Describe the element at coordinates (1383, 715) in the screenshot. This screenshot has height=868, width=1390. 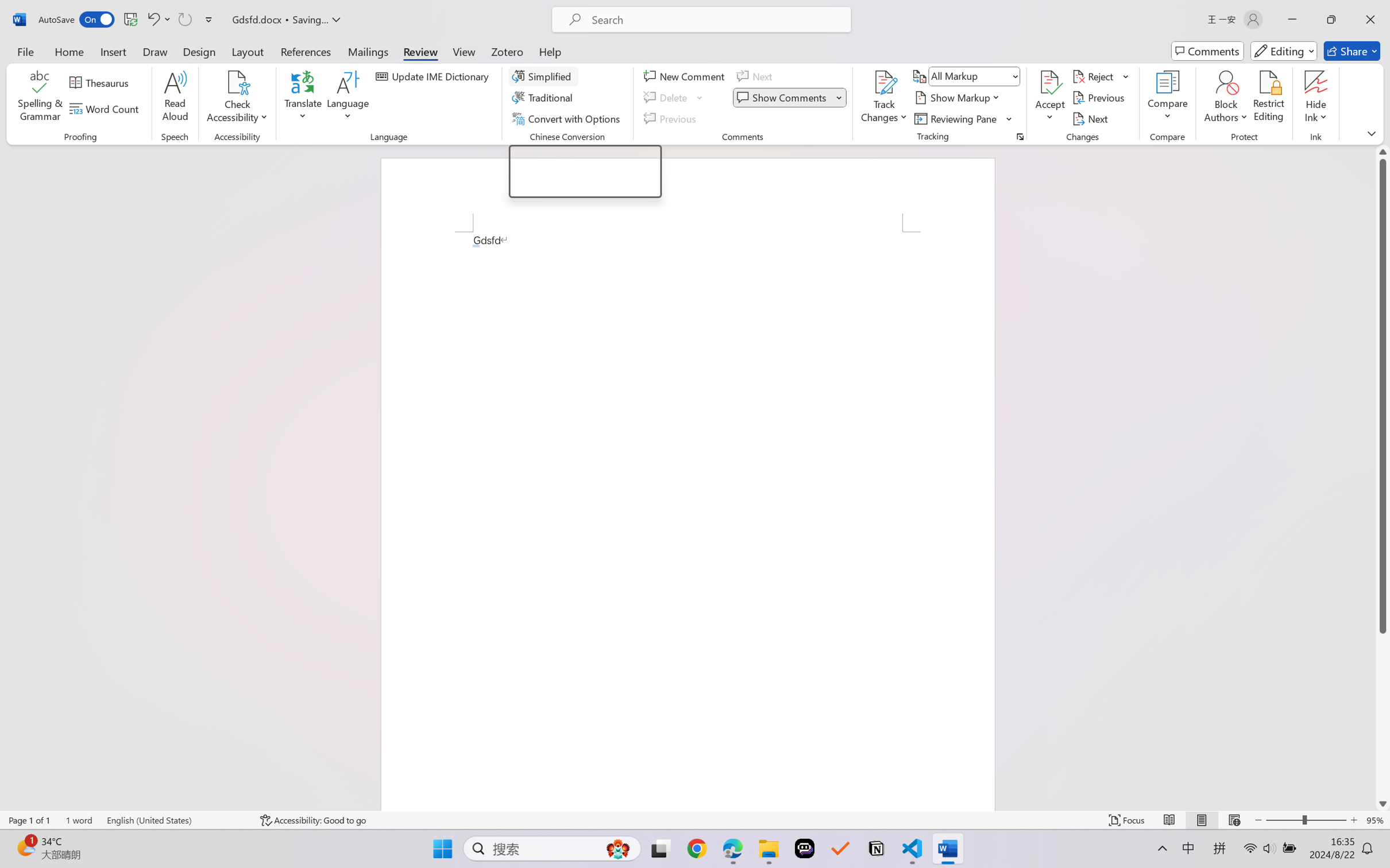
I see `'Page down'` at that location.